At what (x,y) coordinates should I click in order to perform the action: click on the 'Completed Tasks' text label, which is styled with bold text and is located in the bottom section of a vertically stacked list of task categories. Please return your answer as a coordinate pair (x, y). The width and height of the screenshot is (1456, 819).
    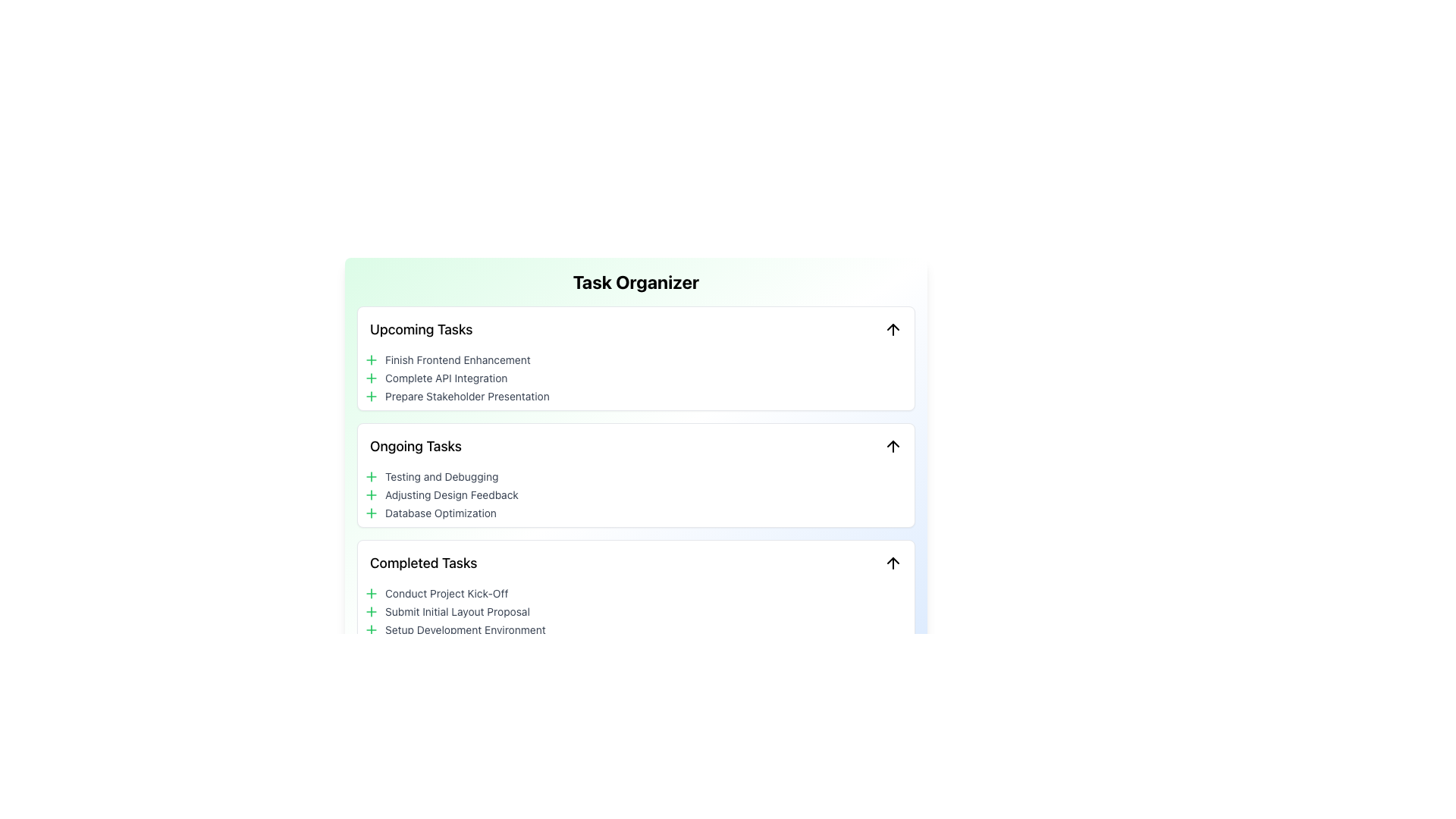
    Looking at the image, I should click on (423, 563).